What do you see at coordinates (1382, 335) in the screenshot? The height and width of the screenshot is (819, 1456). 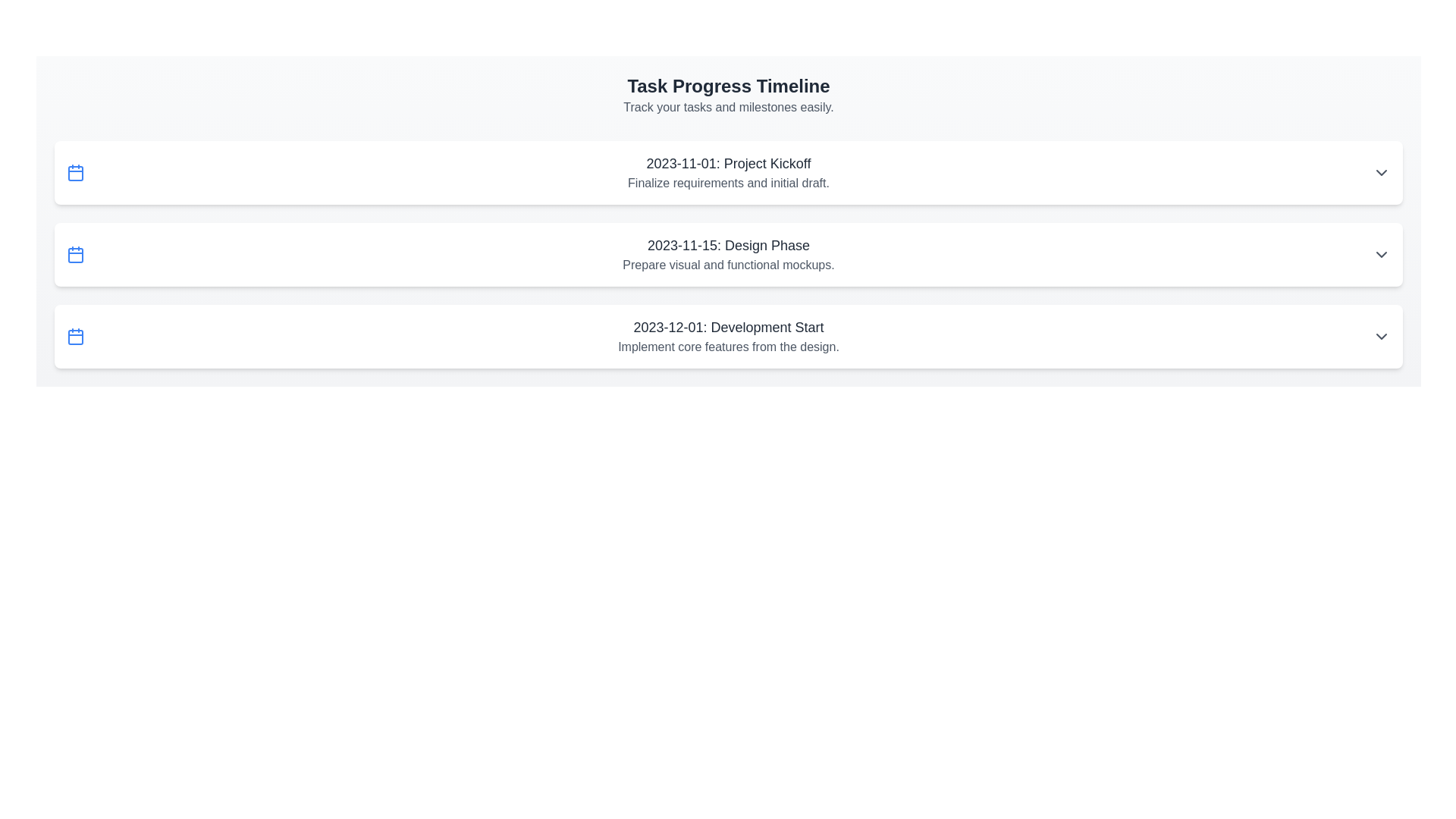 I see `the downward-facing chevron icon button located at the far right of the entry labeled '2023-12-01: Development Start'` at bounding box center [1382, 335].